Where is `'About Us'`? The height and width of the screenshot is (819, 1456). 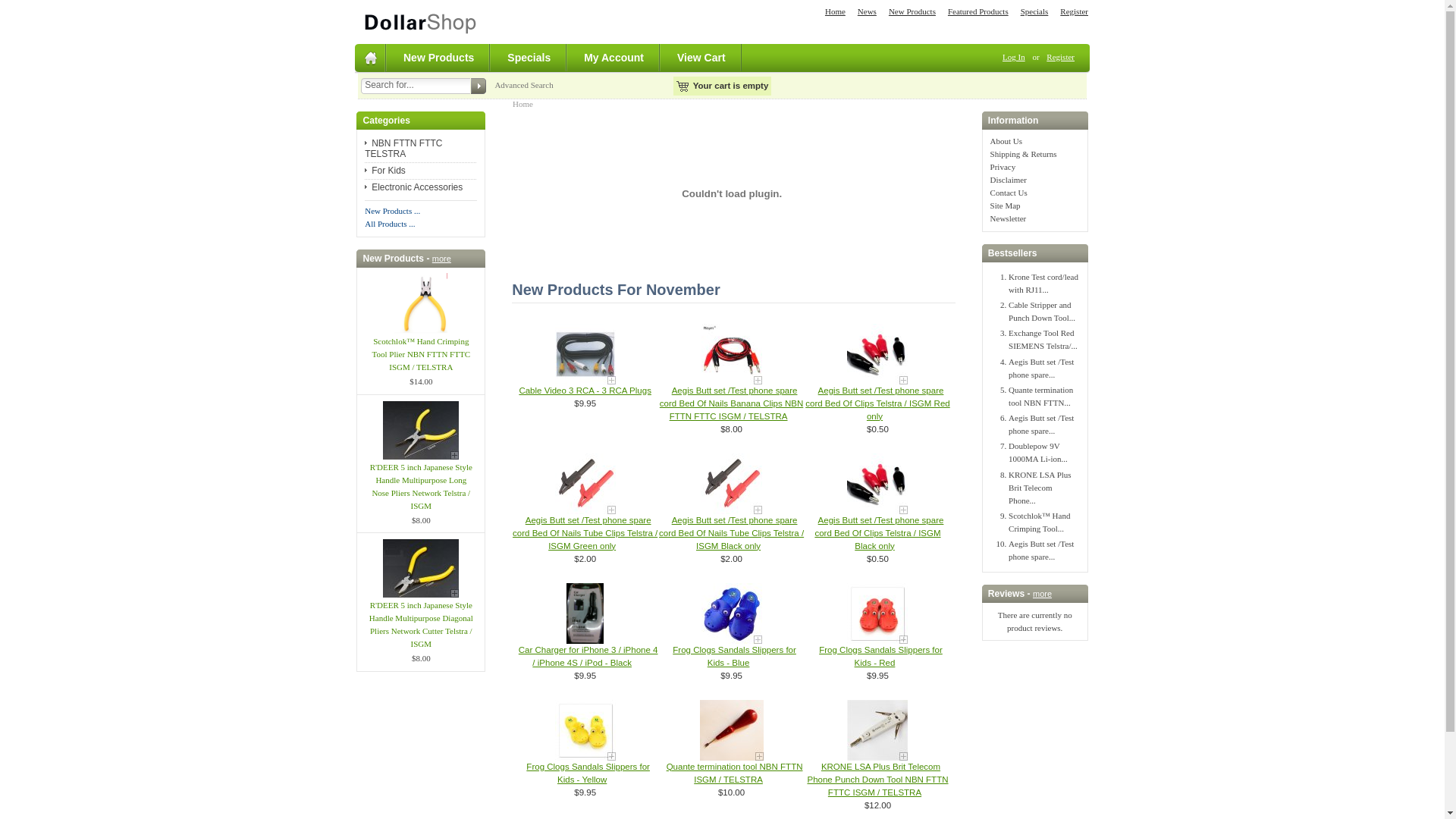
'About Us' is located at coordinates (1006, 140).